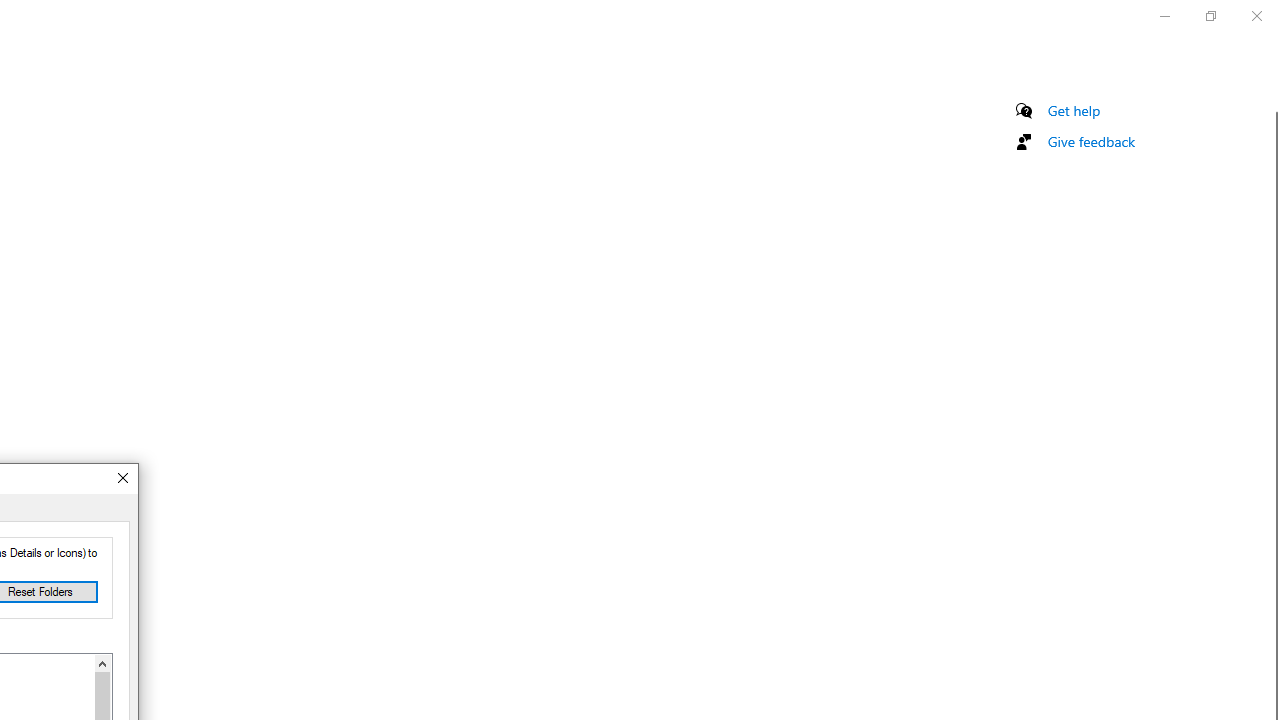  Describe the element at coordinates (121, 478) in the screenshot. I see `'Close'` at that location.